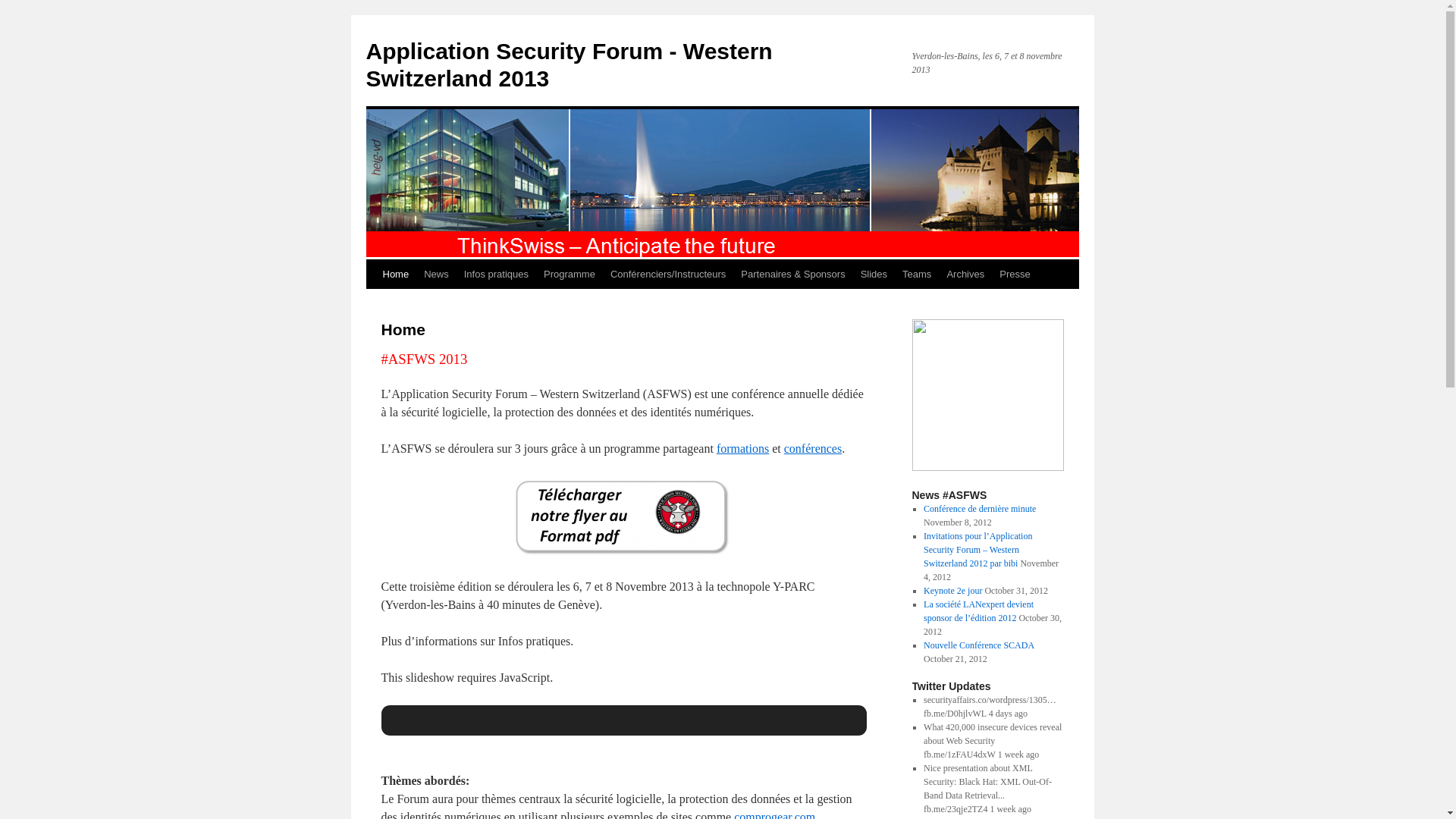  I want to click on 'Keynote 2e jour', so click(952, 590).